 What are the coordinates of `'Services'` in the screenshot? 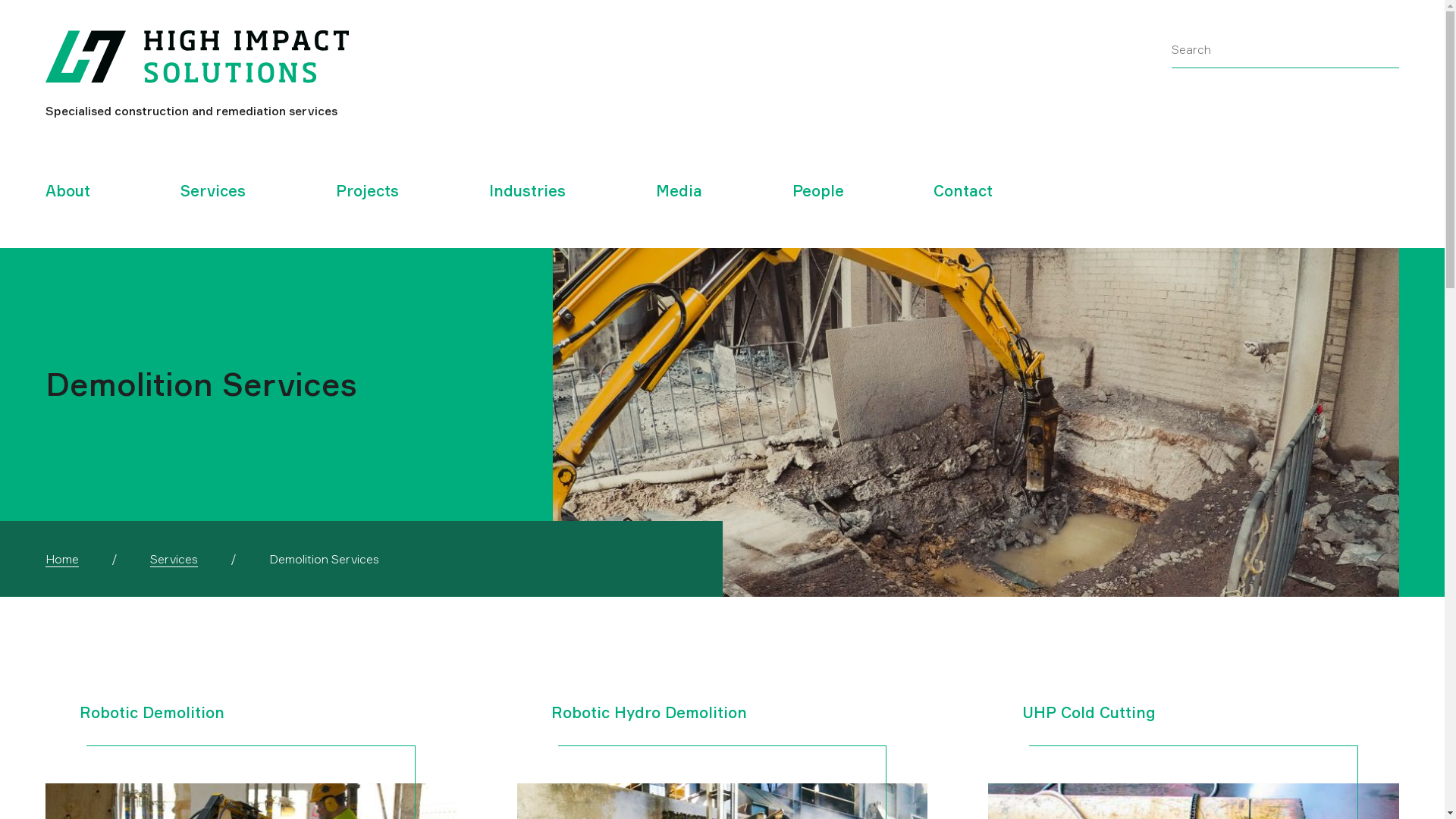 It's located at (174, 559).